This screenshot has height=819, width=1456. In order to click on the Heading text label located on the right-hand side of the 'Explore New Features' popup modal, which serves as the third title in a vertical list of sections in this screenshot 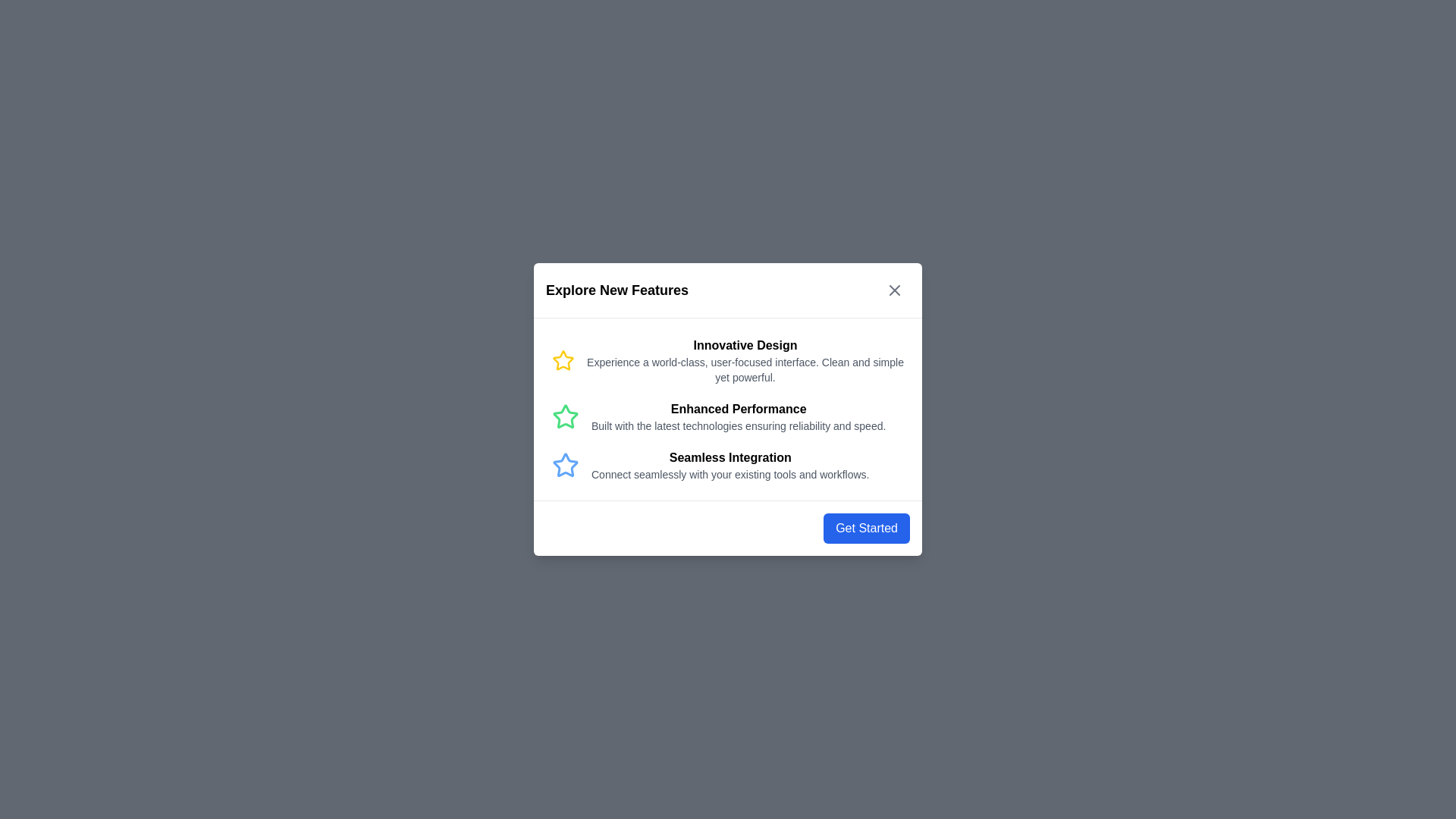, I will do `click(730, 457)`.